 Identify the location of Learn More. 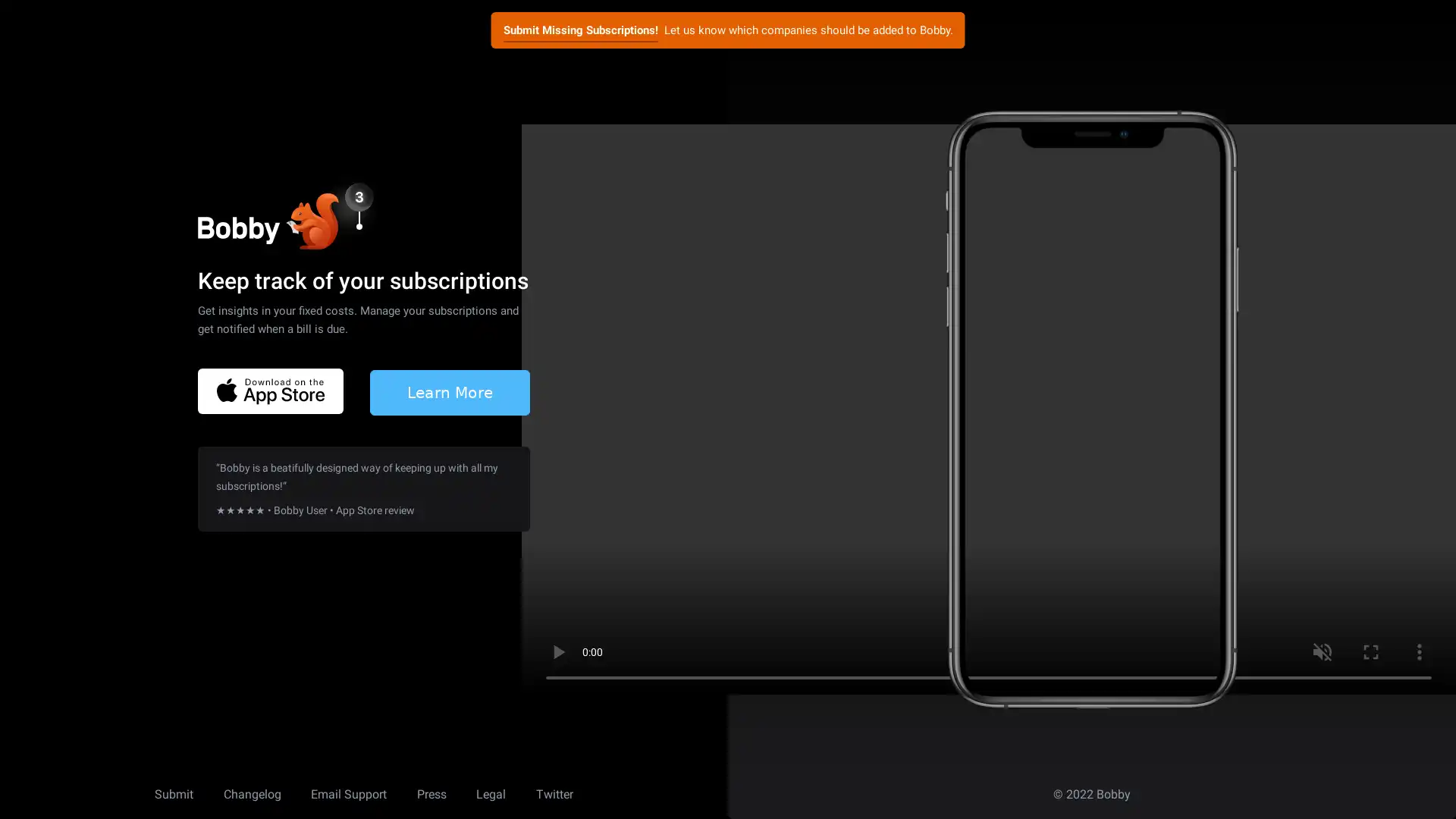
(449, 391).